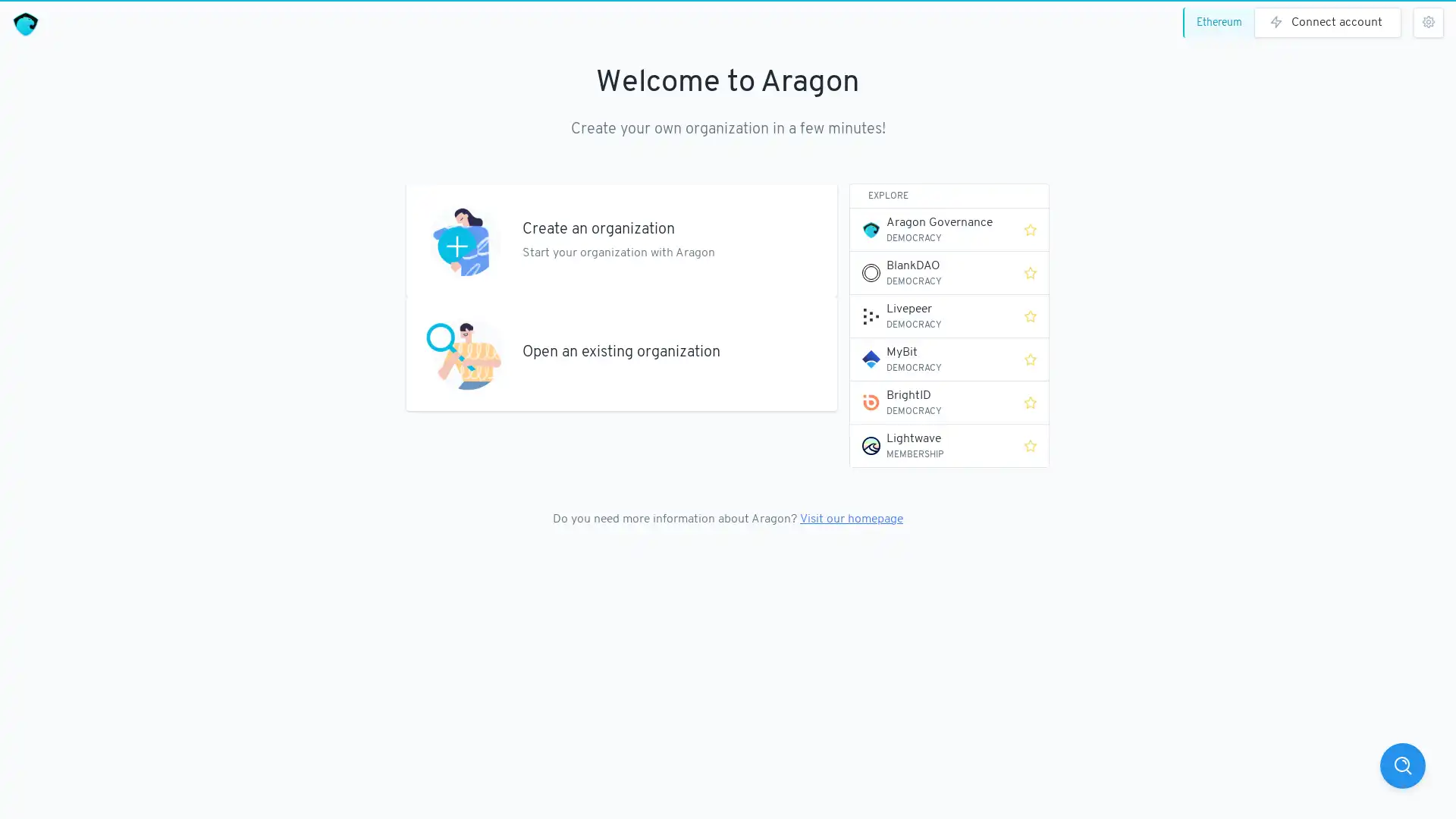  Describe the element at coordinates (1427, 23) in the screenshot. I see `Settings` at that location.